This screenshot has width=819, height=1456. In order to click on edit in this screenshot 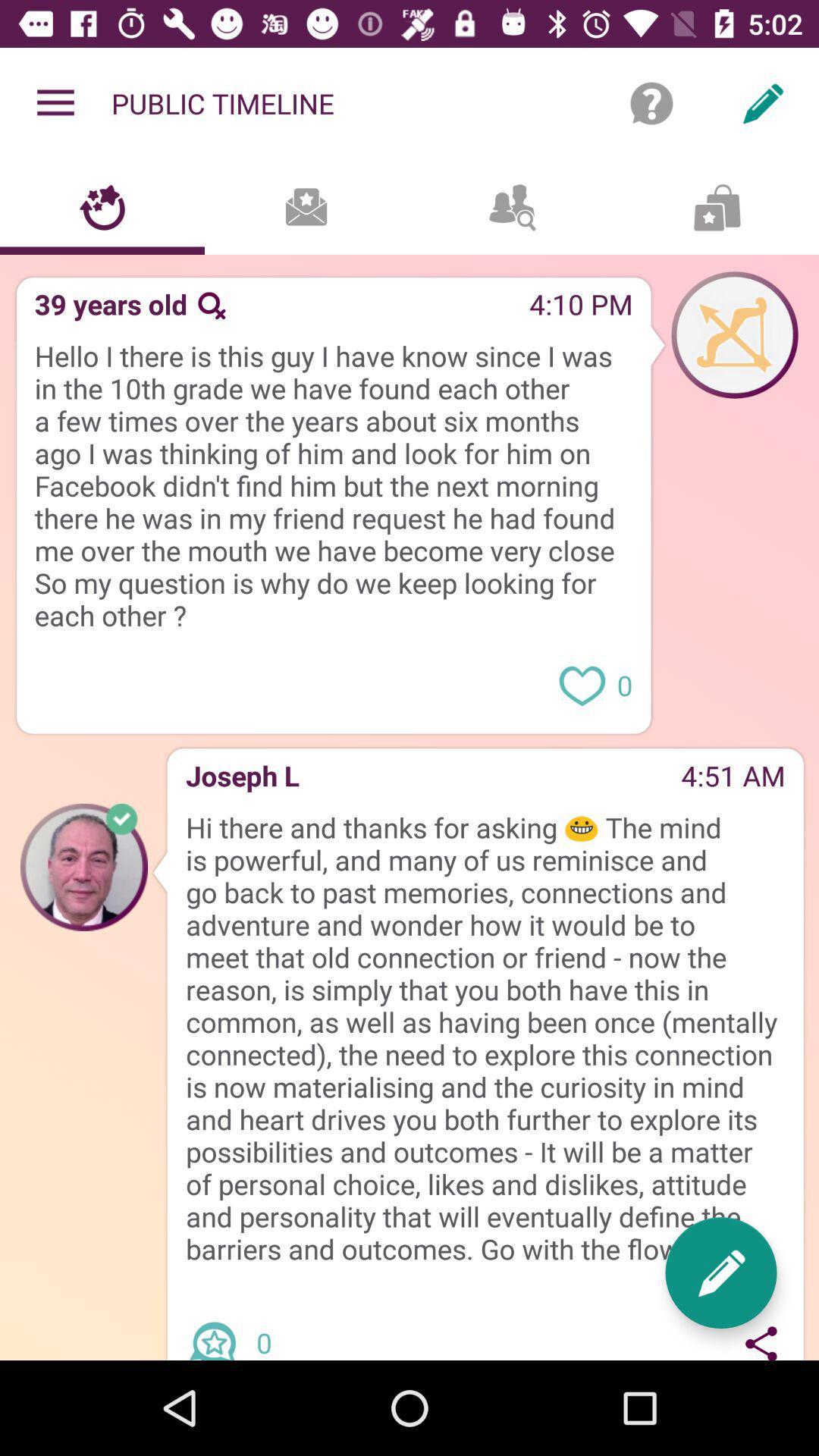, I will do `click(720, 1272)`.